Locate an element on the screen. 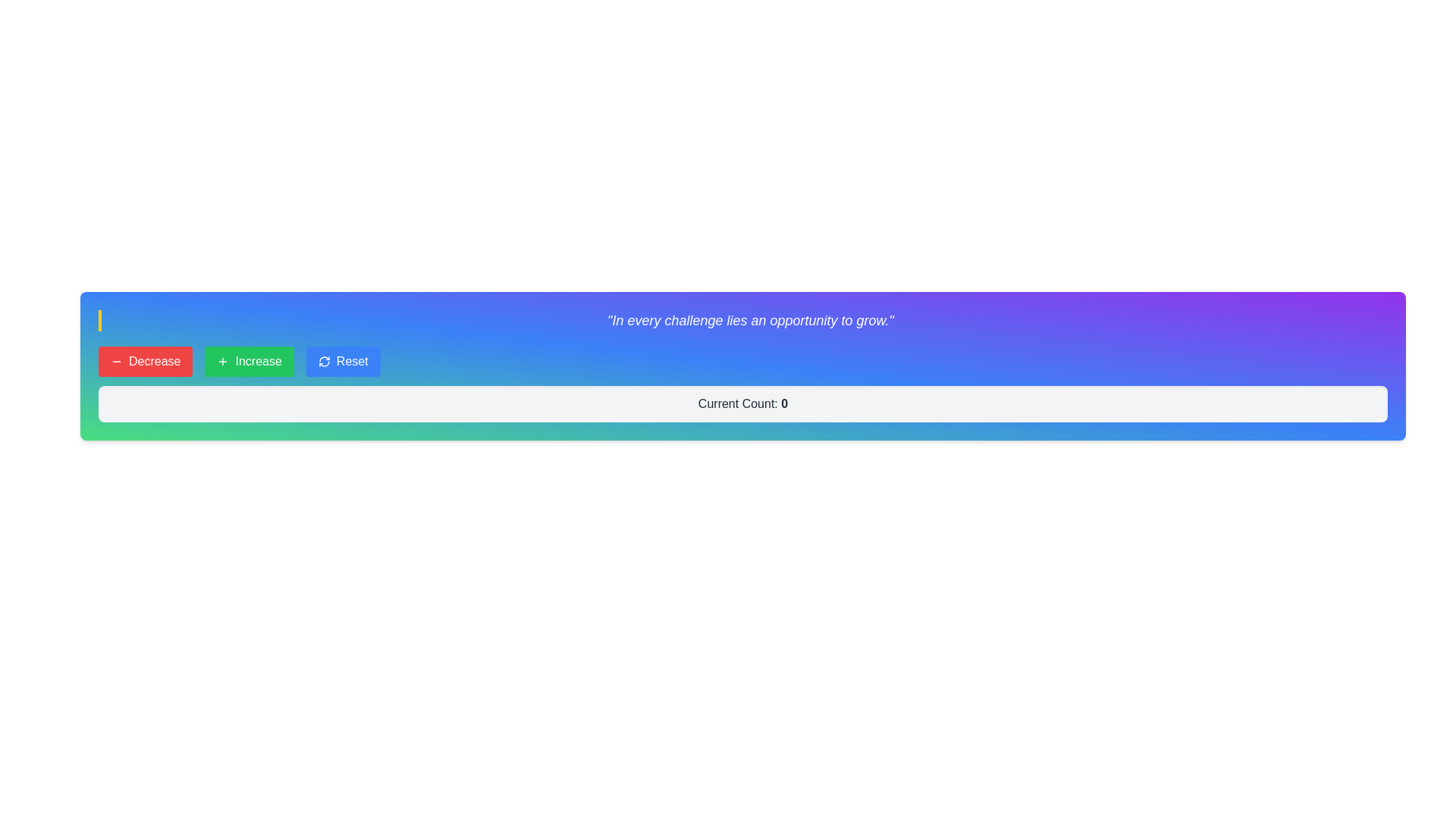 The width and height of the screenshot is (1456, 819). the first button in the horizontal group, which decreases a value is located at coordinates (146, 362).